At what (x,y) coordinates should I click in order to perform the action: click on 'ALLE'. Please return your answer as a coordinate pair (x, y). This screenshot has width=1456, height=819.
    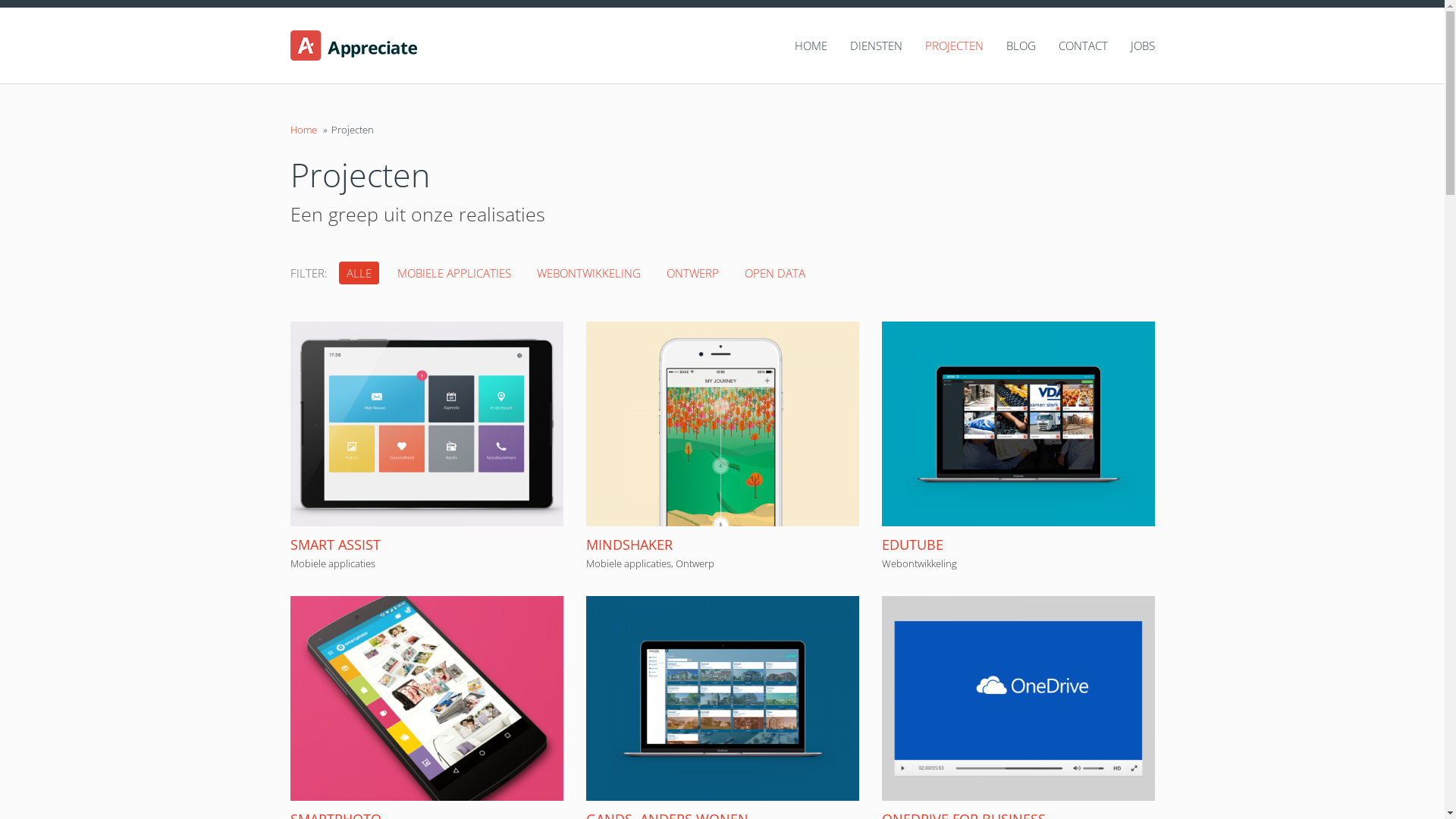
    Looking at the image, I should click on (357, 271).